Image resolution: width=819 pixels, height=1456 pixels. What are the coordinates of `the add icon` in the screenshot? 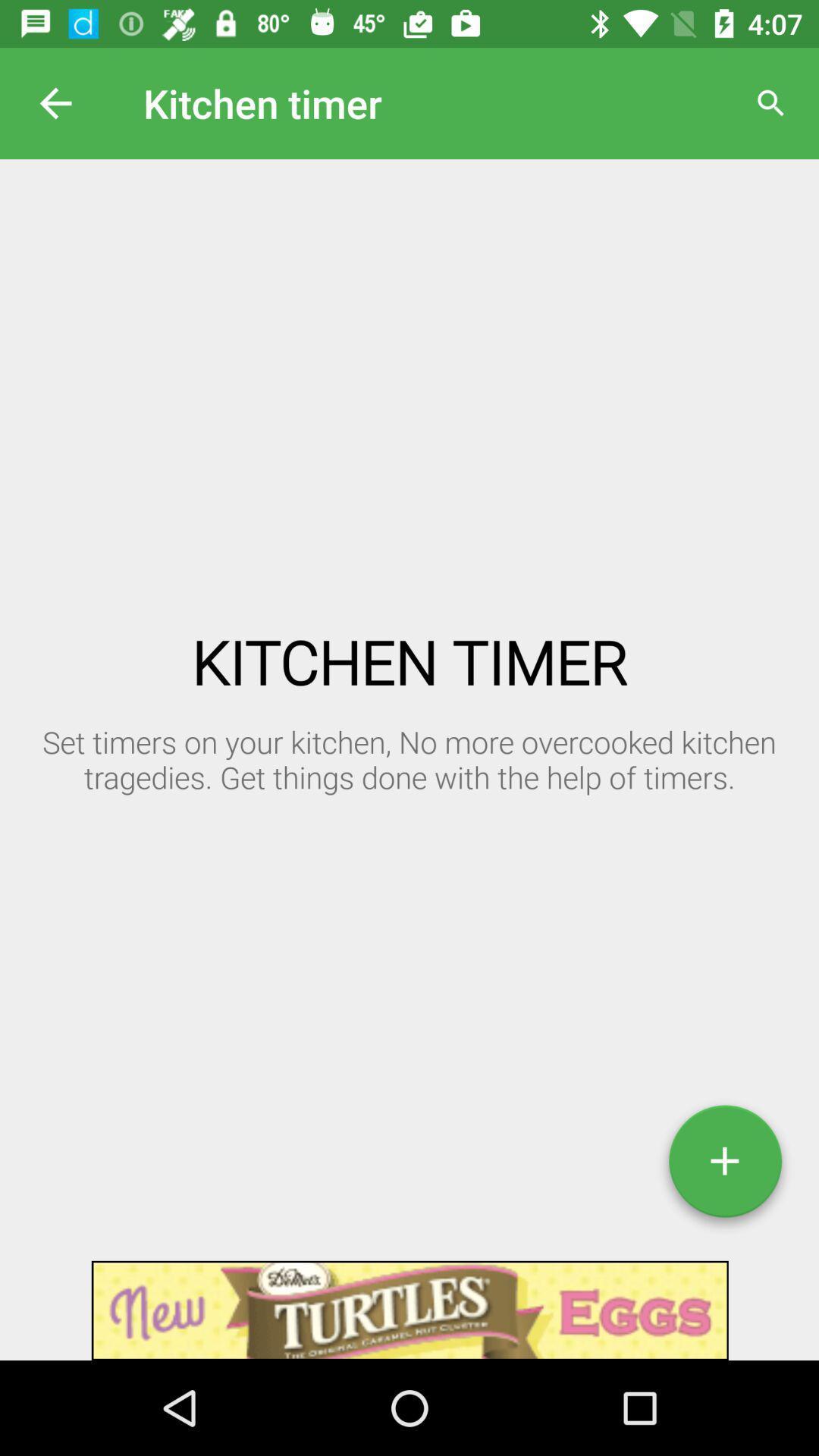 It's located at (724, 1166).